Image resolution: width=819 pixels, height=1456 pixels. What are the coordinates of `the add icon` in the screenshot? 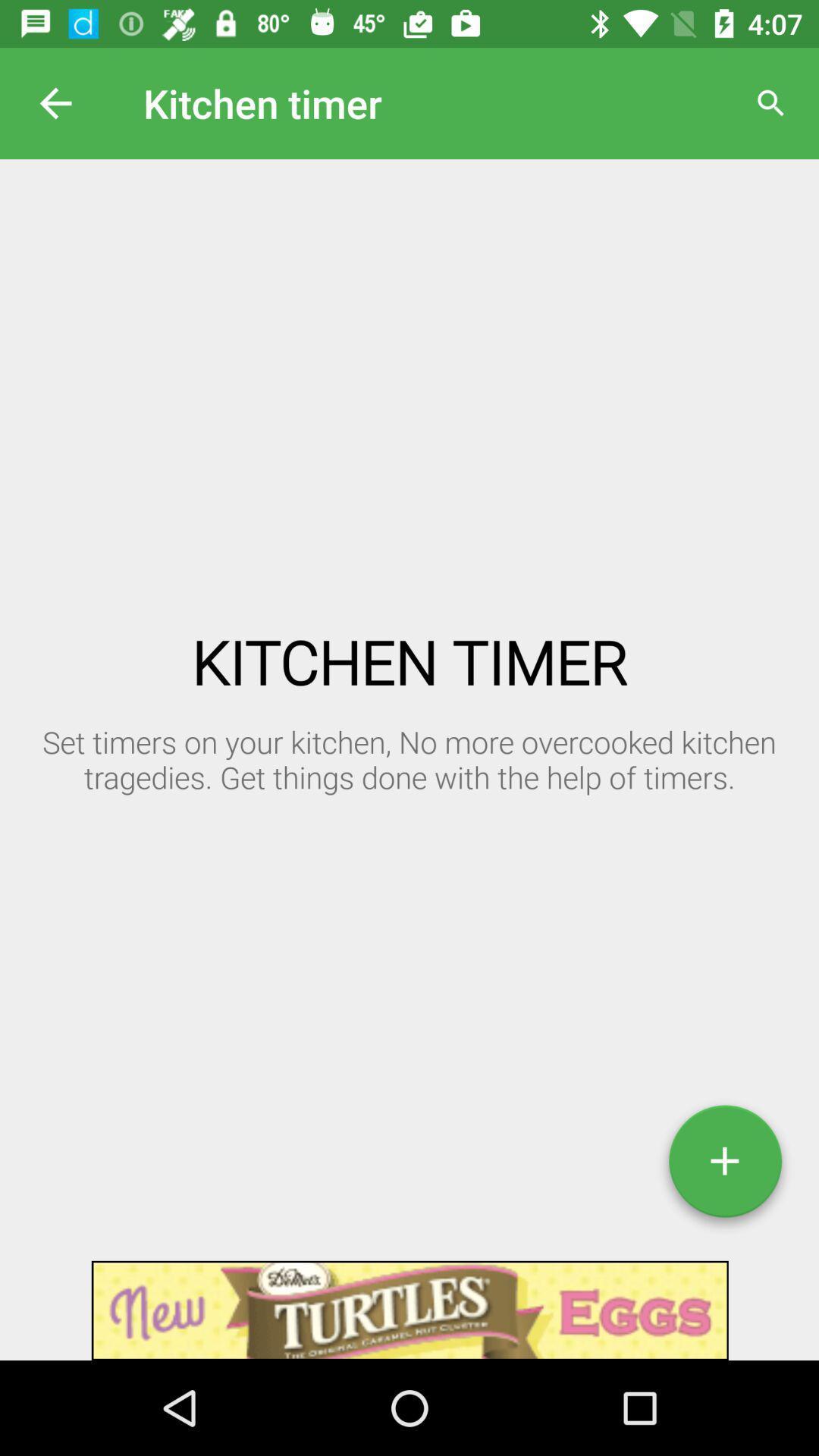 It's located at (724, 1166).